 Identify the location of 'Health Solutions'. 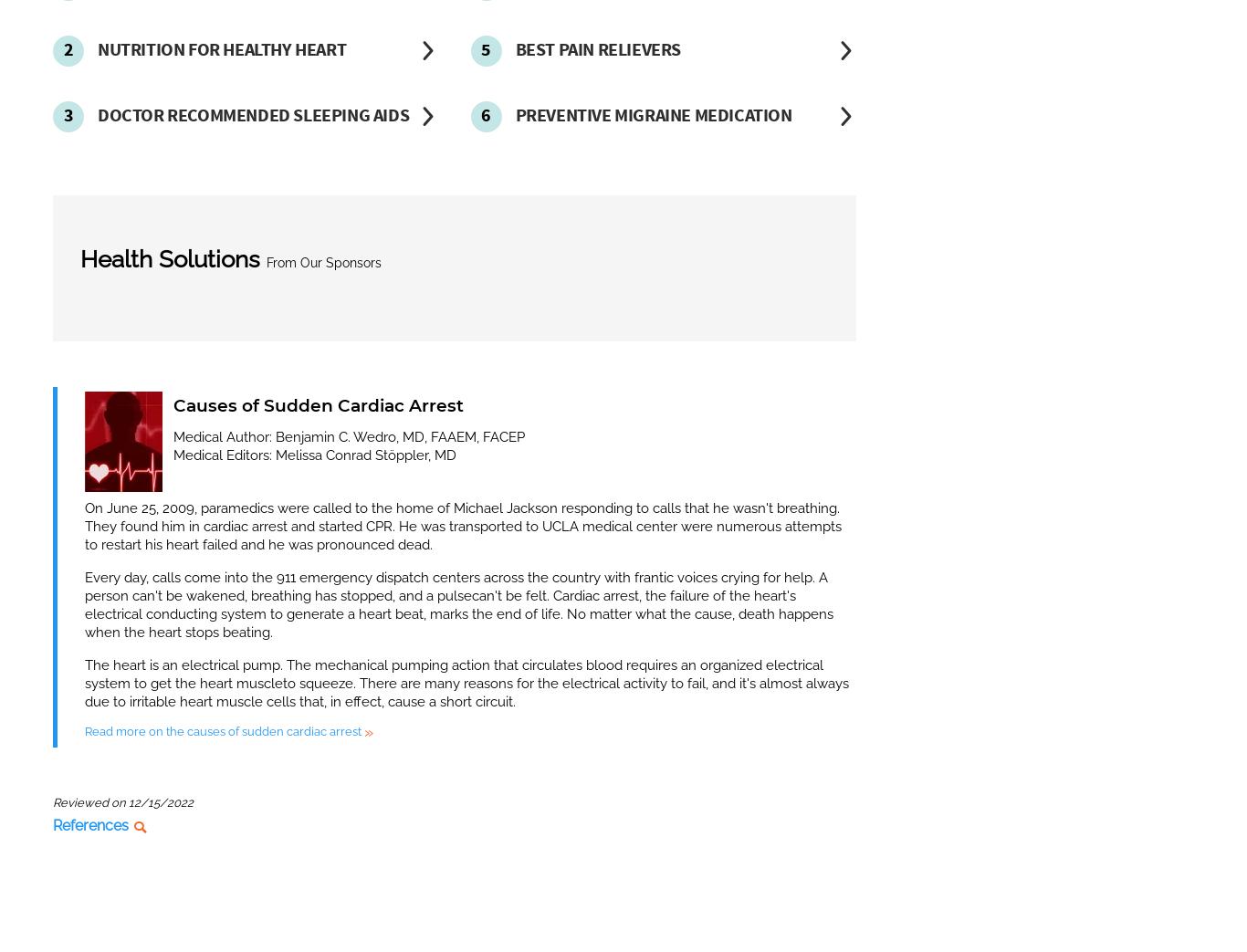
(173, 257).